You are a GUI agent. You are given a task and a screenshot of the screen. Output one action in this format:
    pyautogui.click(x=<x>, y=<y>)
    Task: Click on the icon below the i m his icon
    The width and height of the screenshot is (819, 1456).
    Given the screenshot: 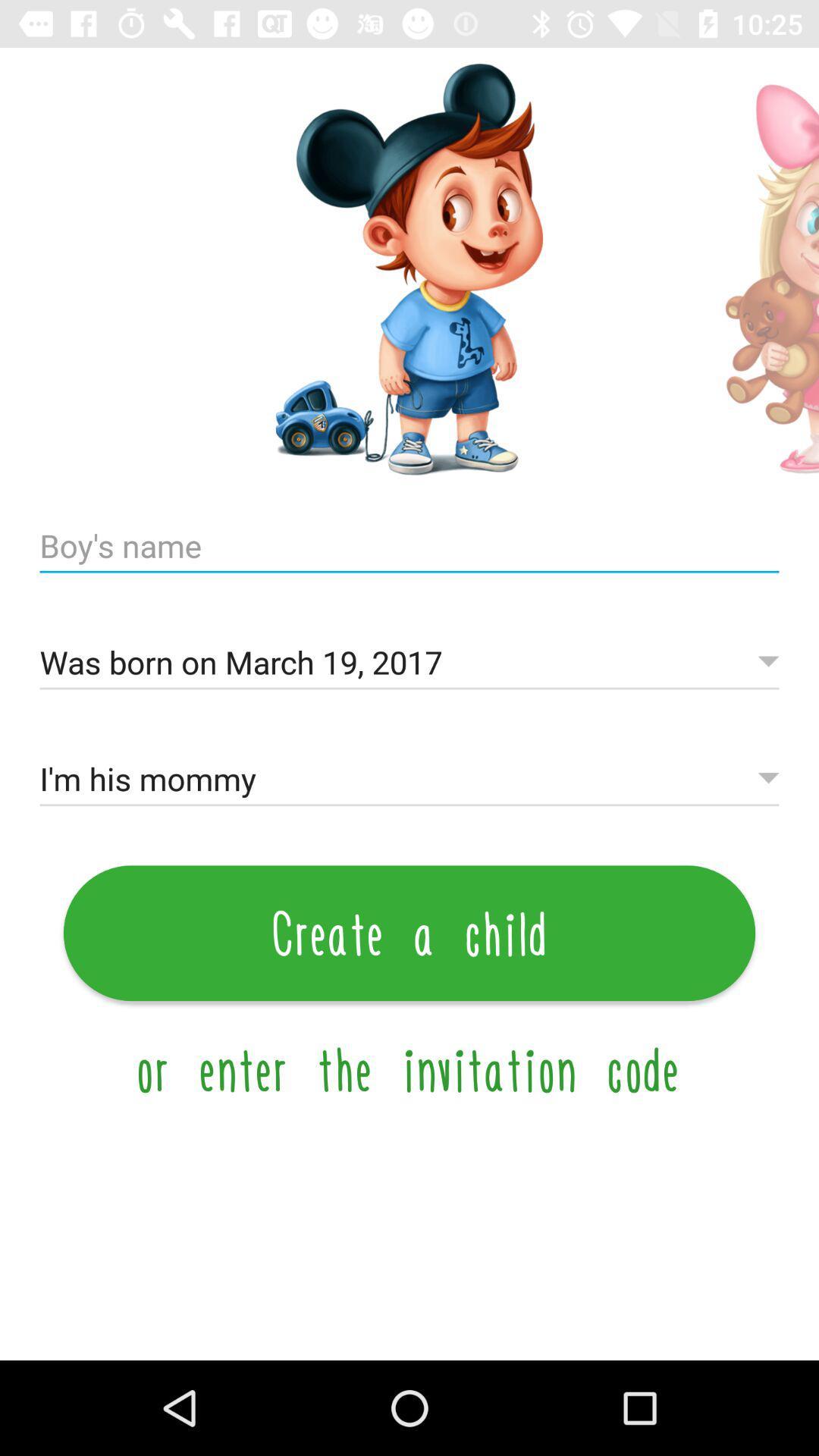 What is the action you would take?
    pyautogui.click(x=409, y=932)
    